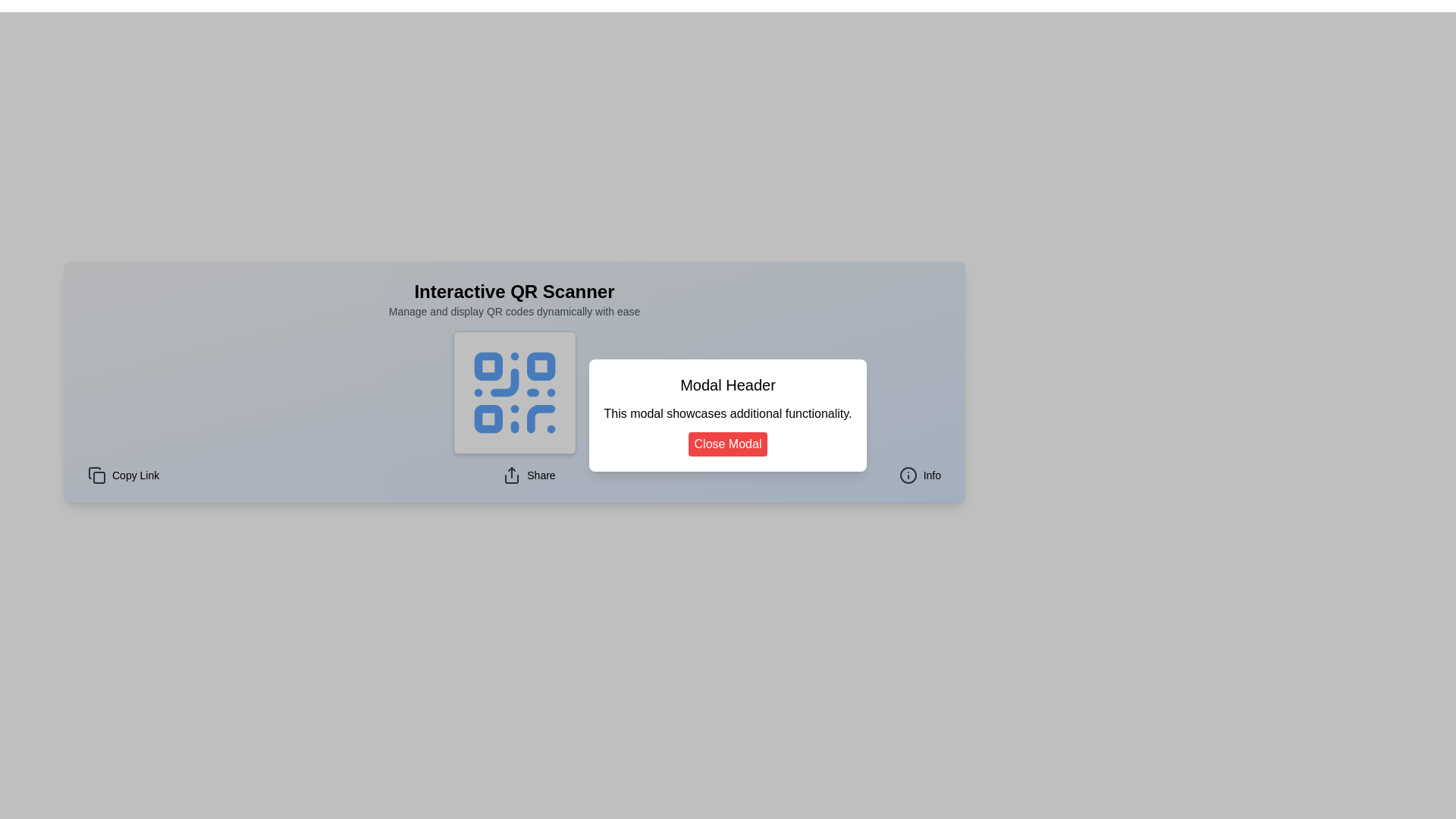  Describe the element at coordinates (514, 391) in the screenshot. I see `the decorative QR code icon located near the center-left of the 'Interactive QR Scanner' card, which is the first visual icon element within the card` at that location.